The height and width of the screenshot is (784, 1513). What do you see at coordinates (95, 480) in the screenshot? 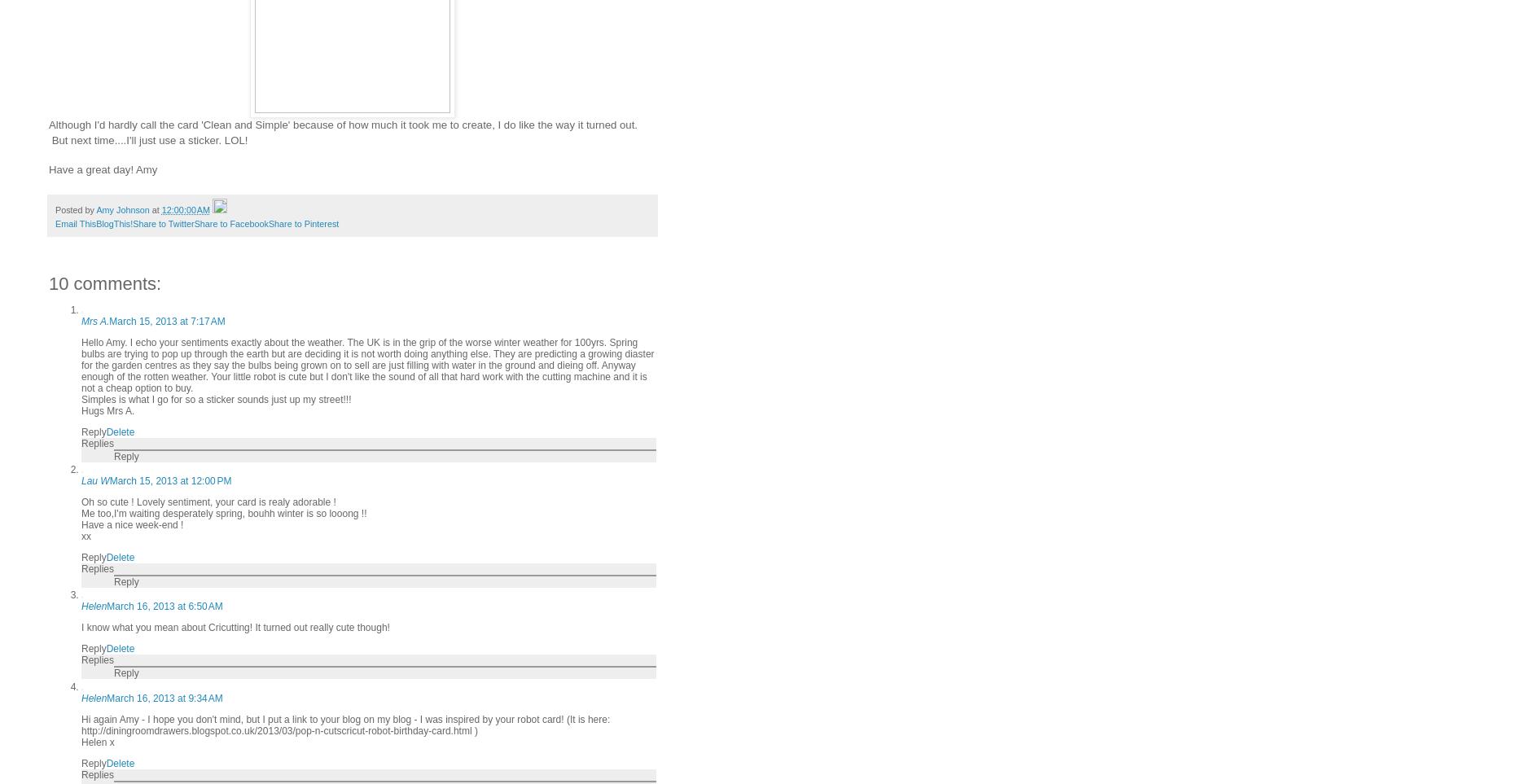
I see `'Lau W'` at bounding box center [95, 480].